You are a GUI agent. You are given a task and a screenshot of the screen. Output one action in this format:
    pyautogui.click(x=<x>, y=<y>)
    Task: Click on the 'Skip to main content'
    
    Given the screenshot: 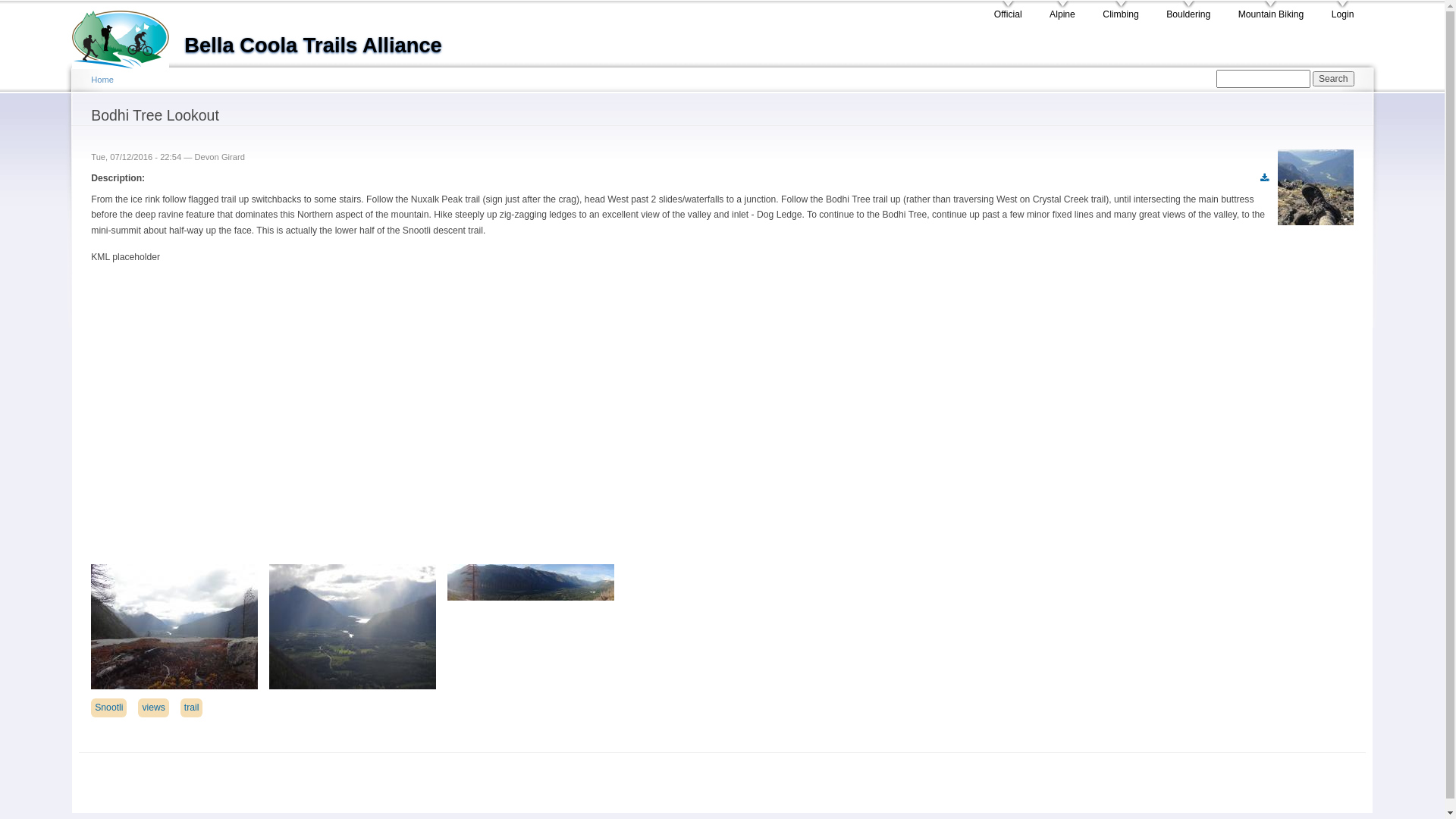 What is the action you would take?
    pyautogui.click(x=695, y=2)
    